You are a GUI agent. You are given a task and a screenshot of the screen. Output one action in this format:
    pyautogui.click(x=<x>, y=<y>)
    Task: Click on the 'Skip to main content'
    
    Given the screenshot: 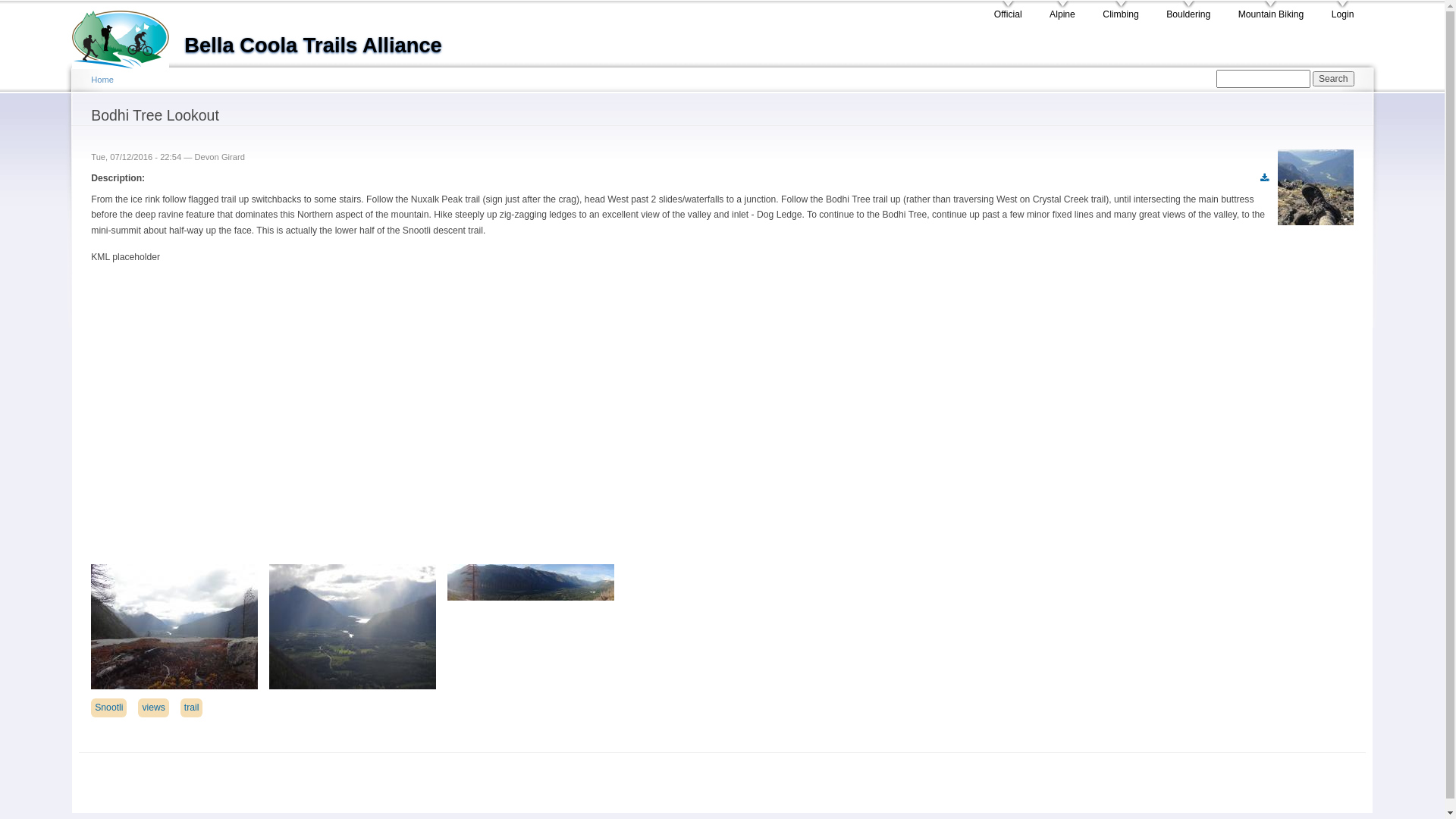 What is the action you would take?
    pyautogui.click(x=695, y=2)
    